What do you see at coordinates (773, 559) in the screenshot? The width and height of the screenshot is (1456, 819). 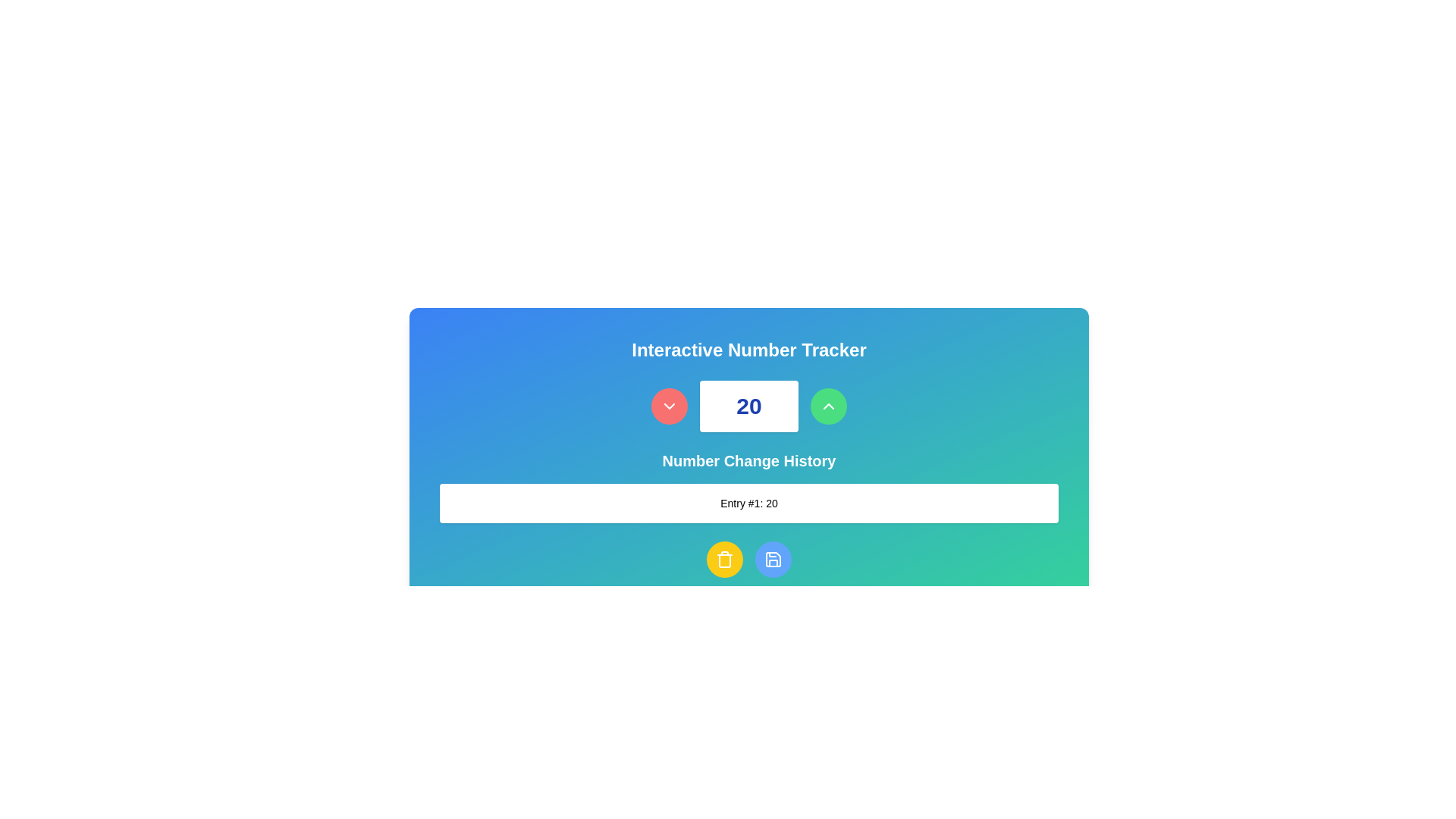 I see `the circular blue save button with a floppy disk icon located towards the bottom-right of the interface` at bounding box center [773, 559].